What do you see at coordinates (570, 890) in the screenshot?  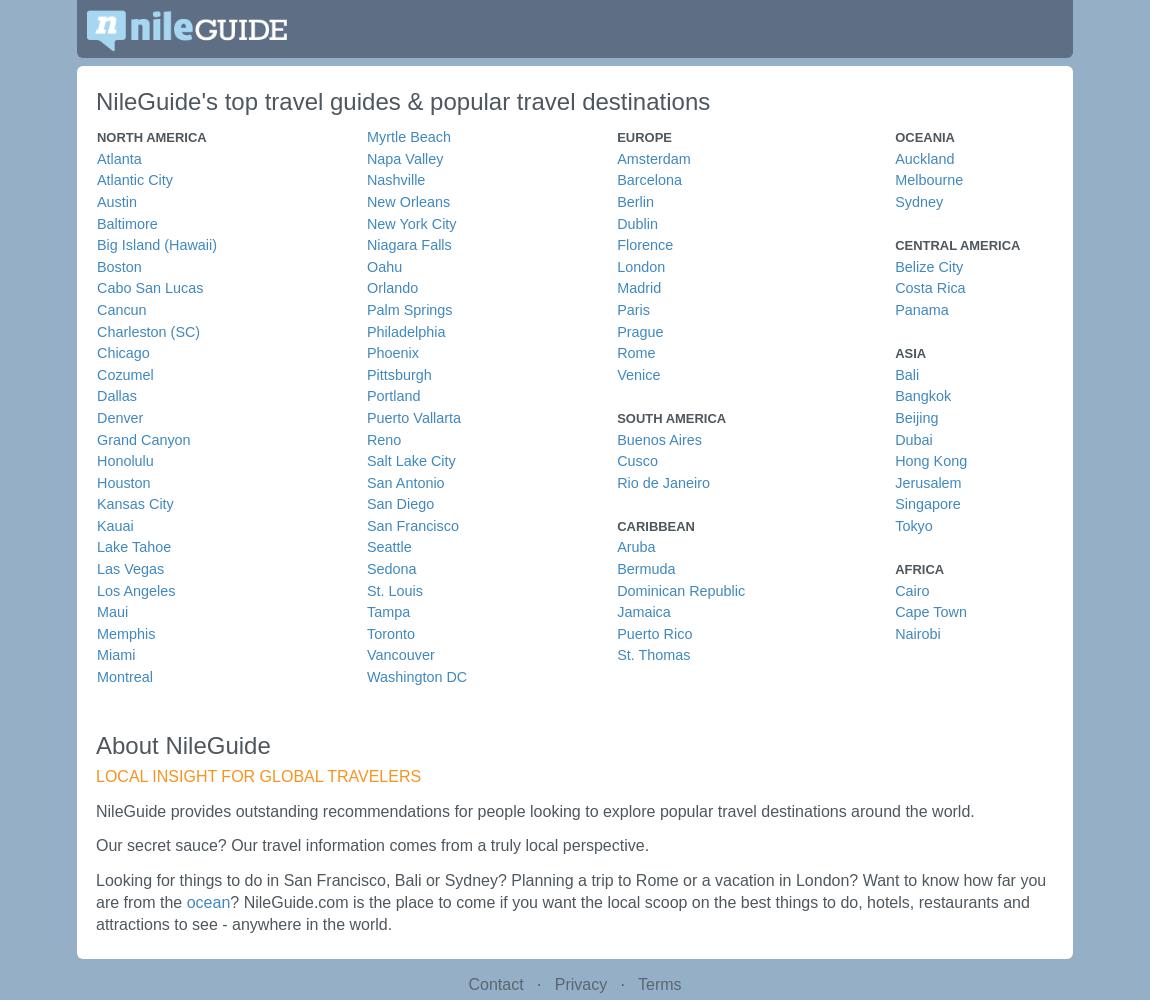 I see `'Looking for things to do in San Francisco, Bali or Sydney? Planning a trip to Rome or a vacation in London? Want to know how far you are from the'` at bounding box center [570, 890].